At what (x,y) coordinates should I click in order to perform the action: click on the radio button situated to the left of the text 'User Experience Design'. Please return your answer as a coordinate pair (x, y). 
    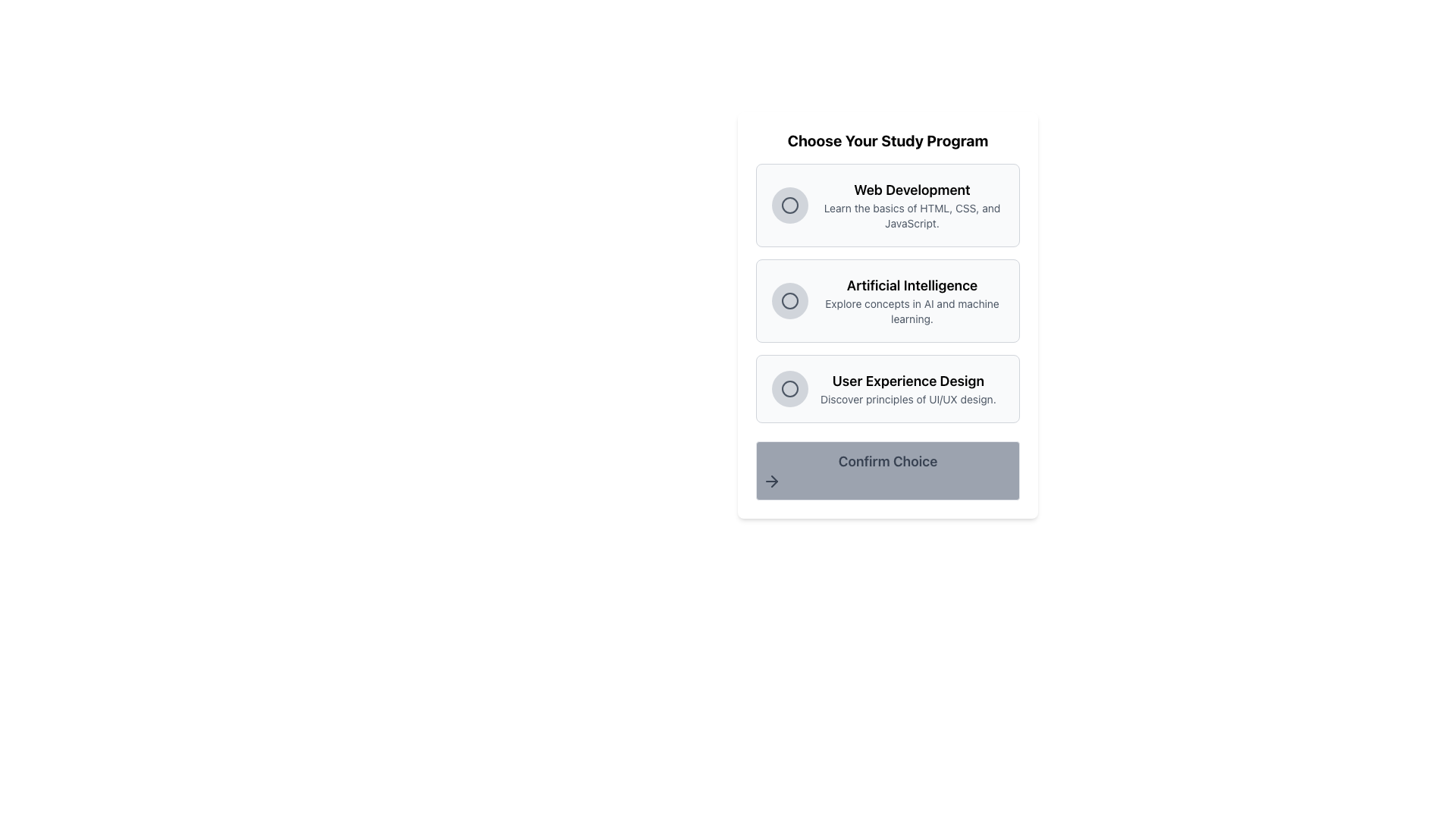
    Looking at the image, I should click on (789, 388).